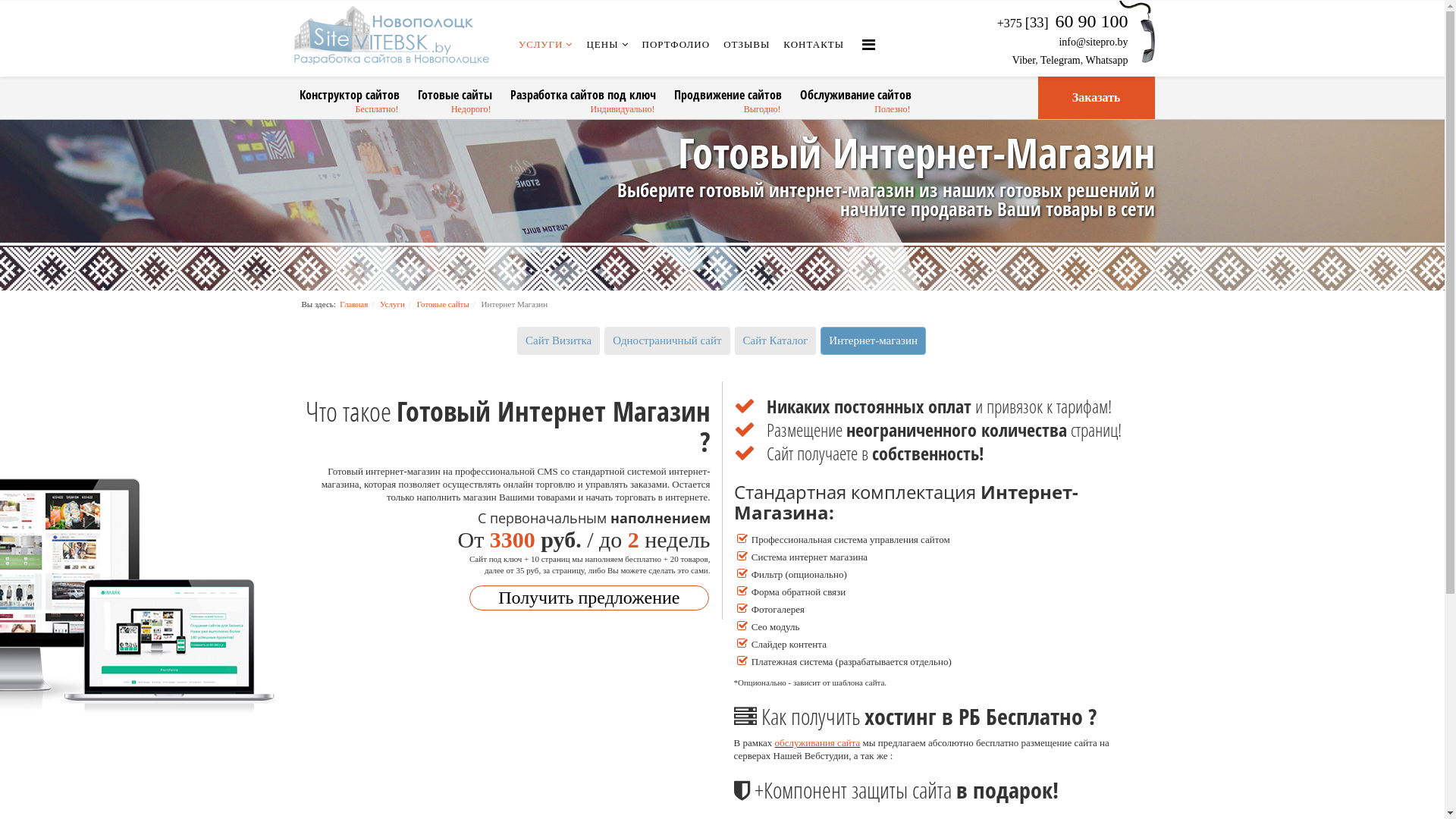 This screenshot has width=1456, height=819. I want to click on '+375 [33]  60 90 100', so click(1062, 23).